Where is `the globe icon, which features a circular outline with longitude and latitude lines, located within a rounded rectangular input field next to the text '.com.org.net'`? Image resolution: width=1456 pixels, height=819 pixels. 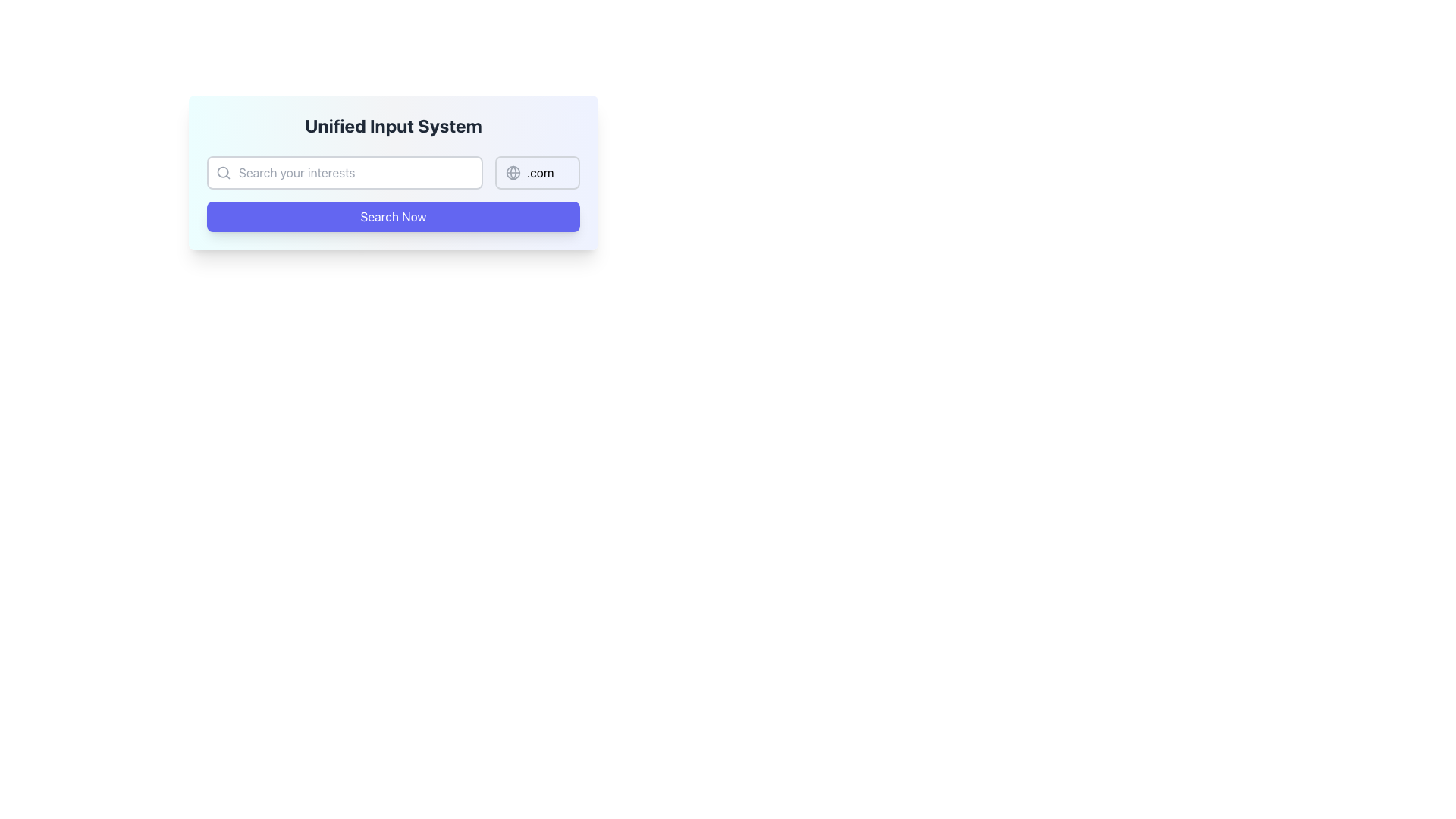
the globe icon, which features a circular outline with longitude and latitude lines, located within a rounded rectangular input field next to the text '.com.org.net' is located at coordinates (513, 171).